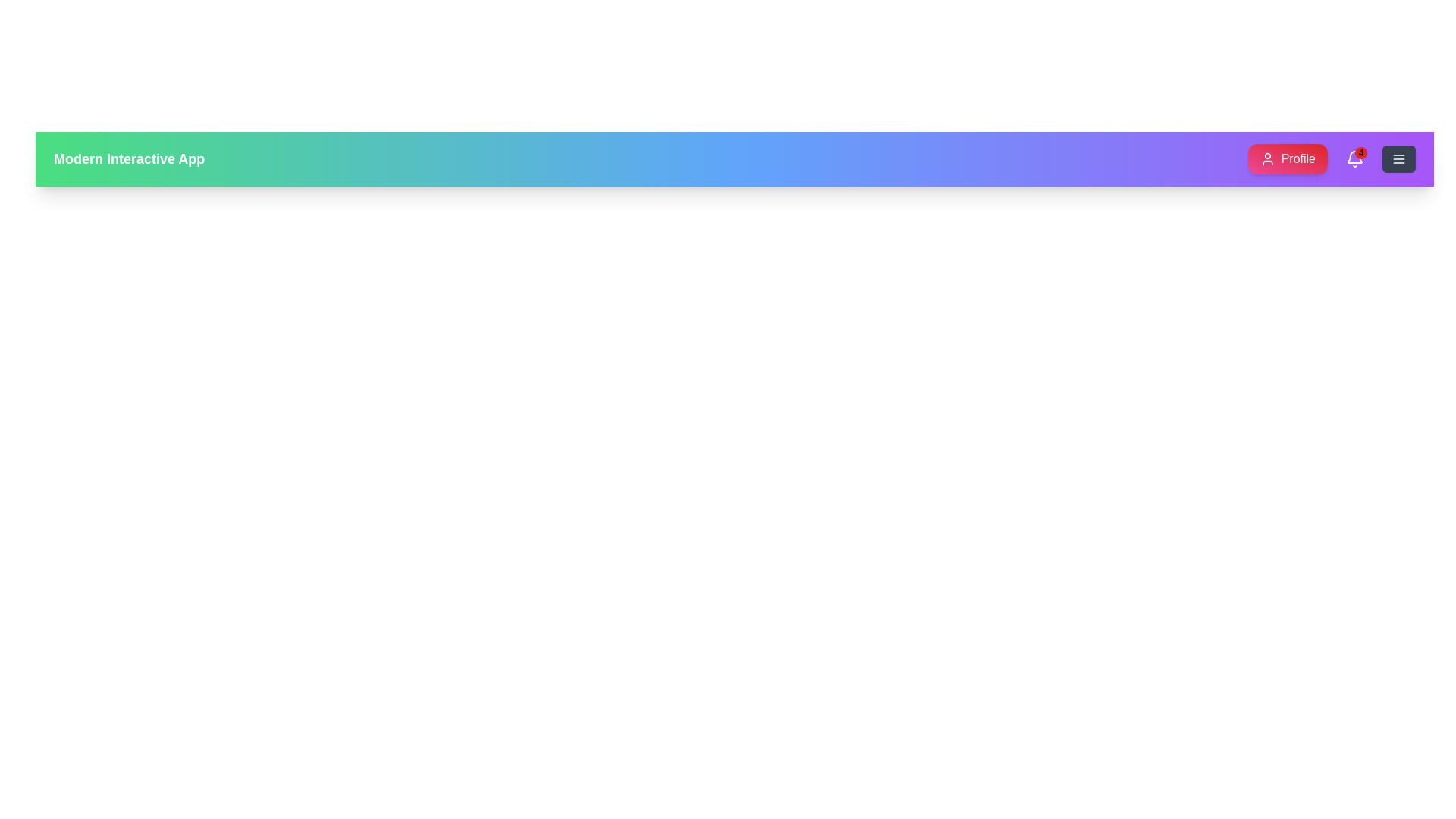 The image size is (1456, 819). What do you see at coordinates (1398, 158) in the screenshot?
I see `the menu button to open the navigation menu` at bounding box center [1398, 158].